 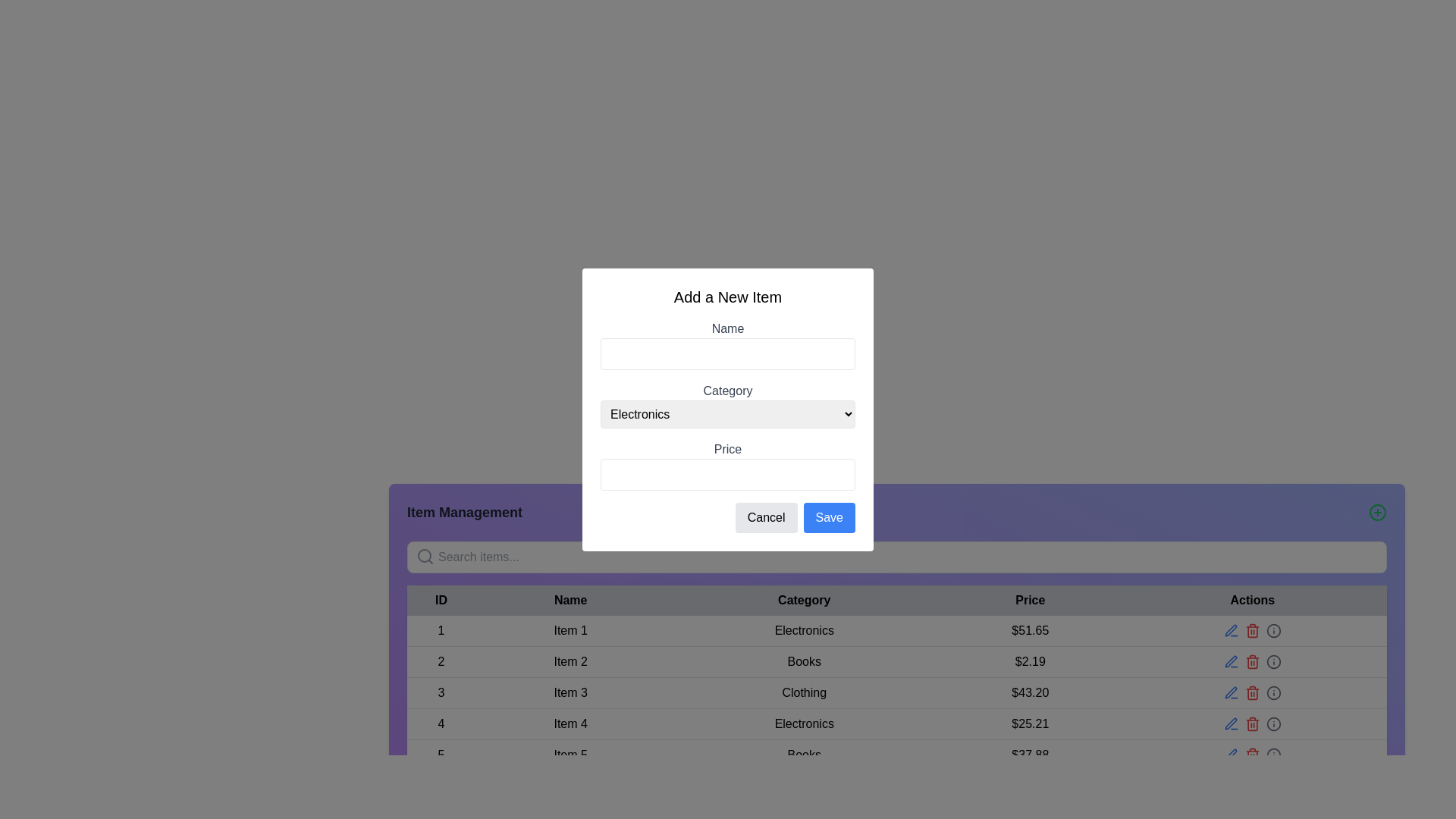 What do you see at coordinates (440, 661) in the screenshot?
I see `the Text display element showing the numerical identifier '2' in the ID column of the table's second row` at bounding box center [440, 661].